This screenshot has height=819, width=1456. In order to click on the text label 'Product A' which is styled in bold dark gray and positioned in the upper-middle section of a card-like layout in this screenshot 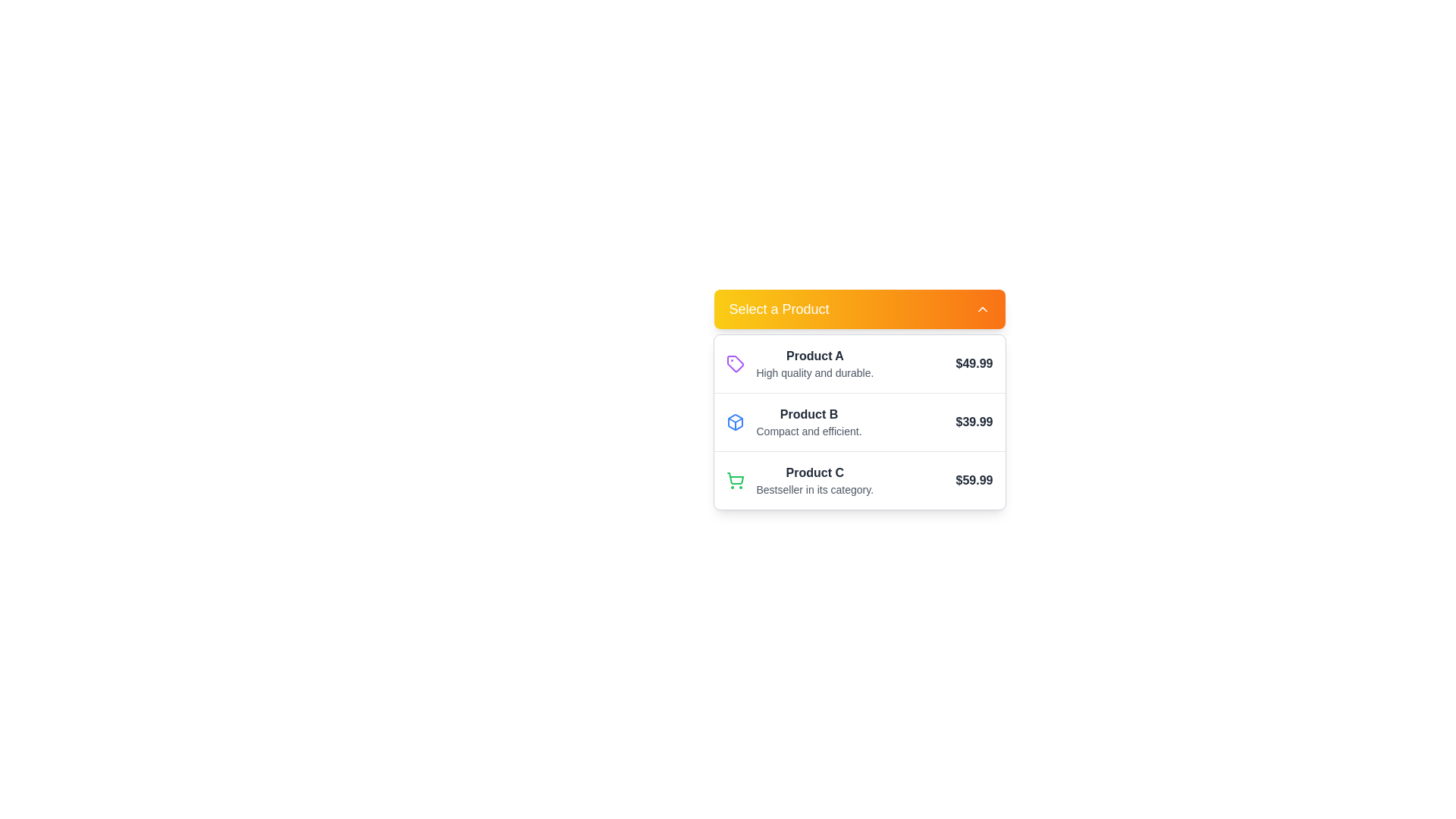, I will do `click(814, 356)`.